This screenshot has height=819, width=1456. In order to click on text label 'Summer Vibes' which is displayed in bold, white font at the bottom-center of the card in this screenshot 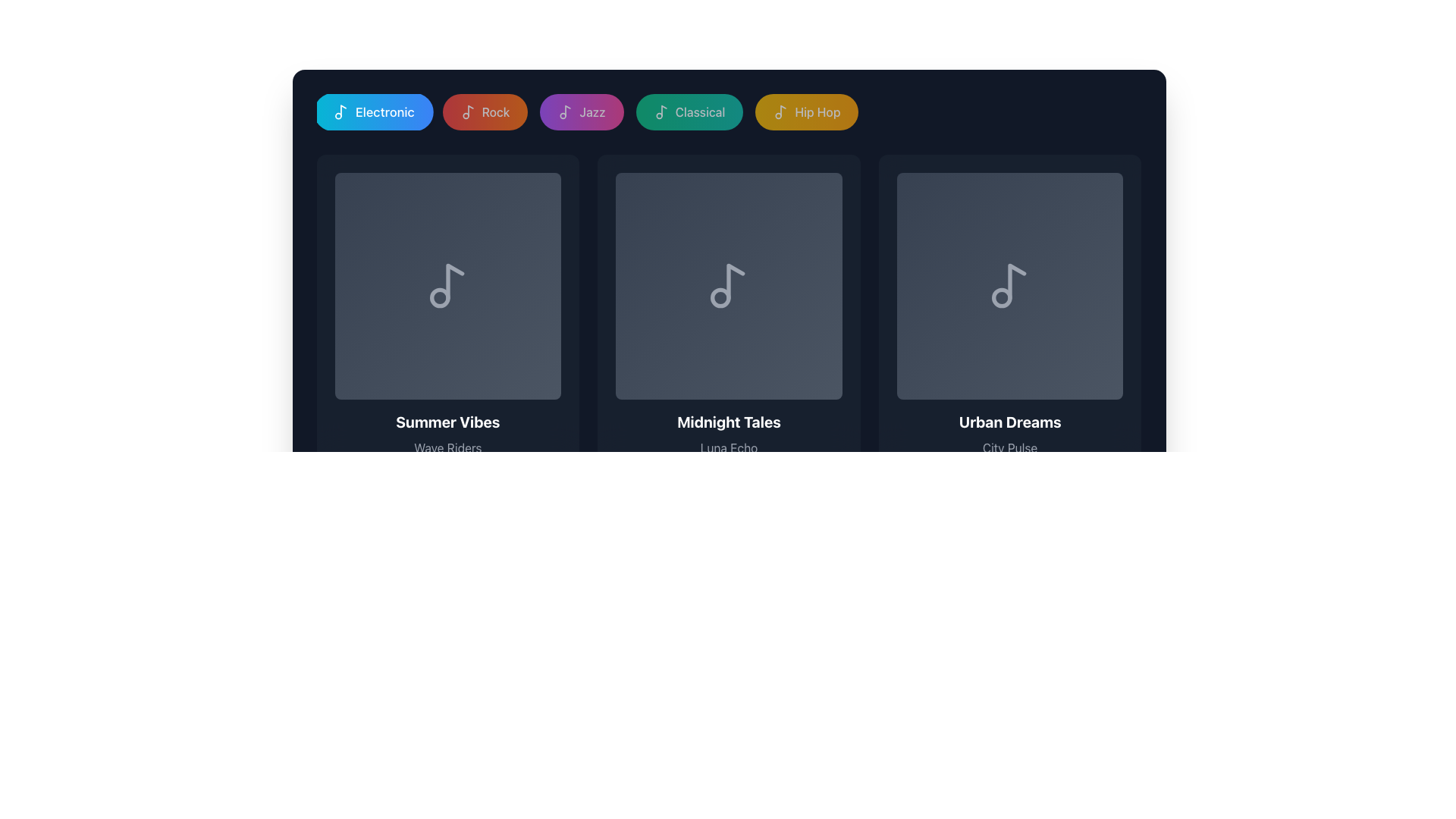, I will do `click(447, 422)`.